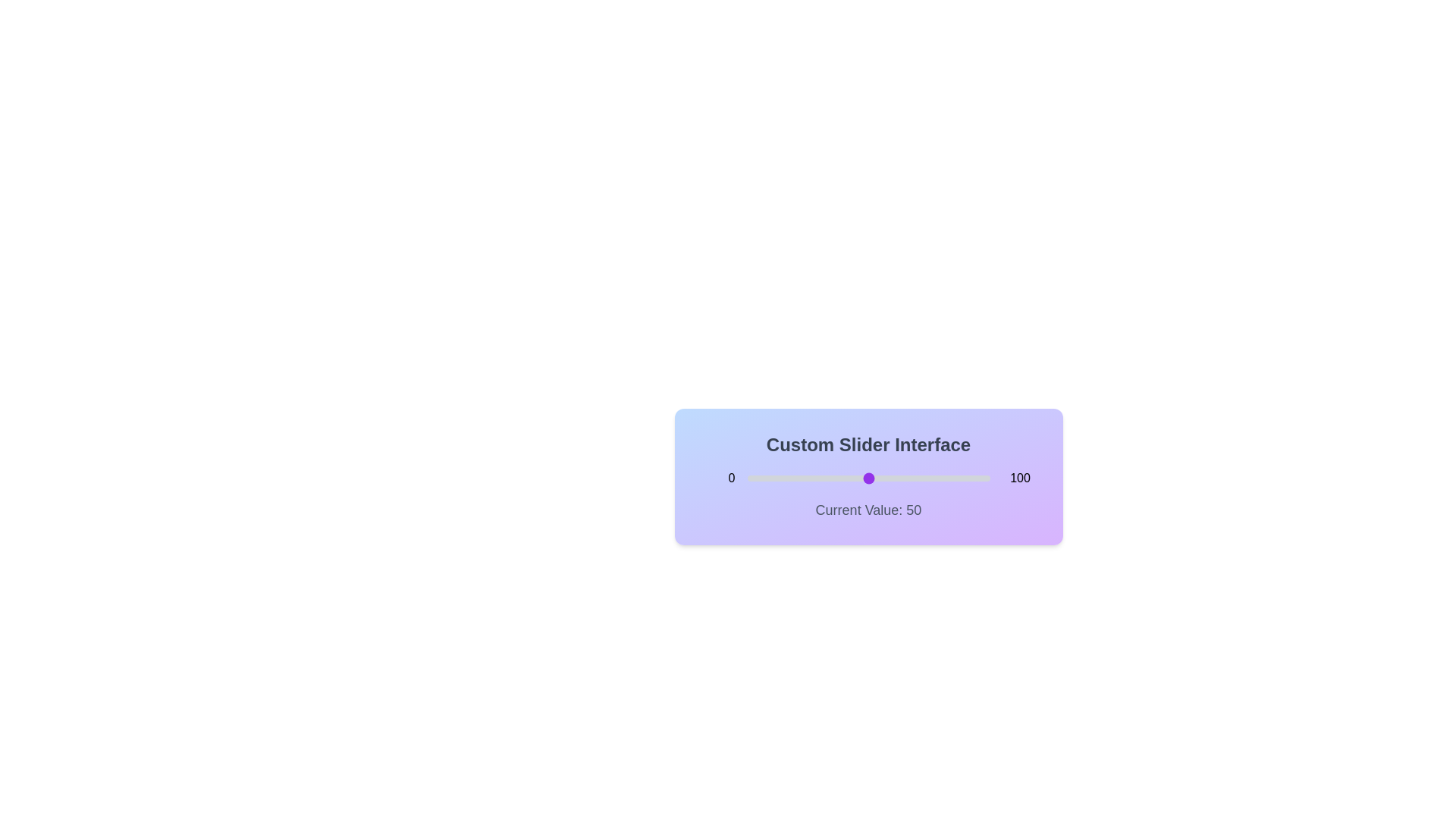 This screenshot has height=819, width=1456. Describe the element at coordinates (868, 510) in the screenshot. I see `the text element labeled as 'Current Value: 50'` at that location.